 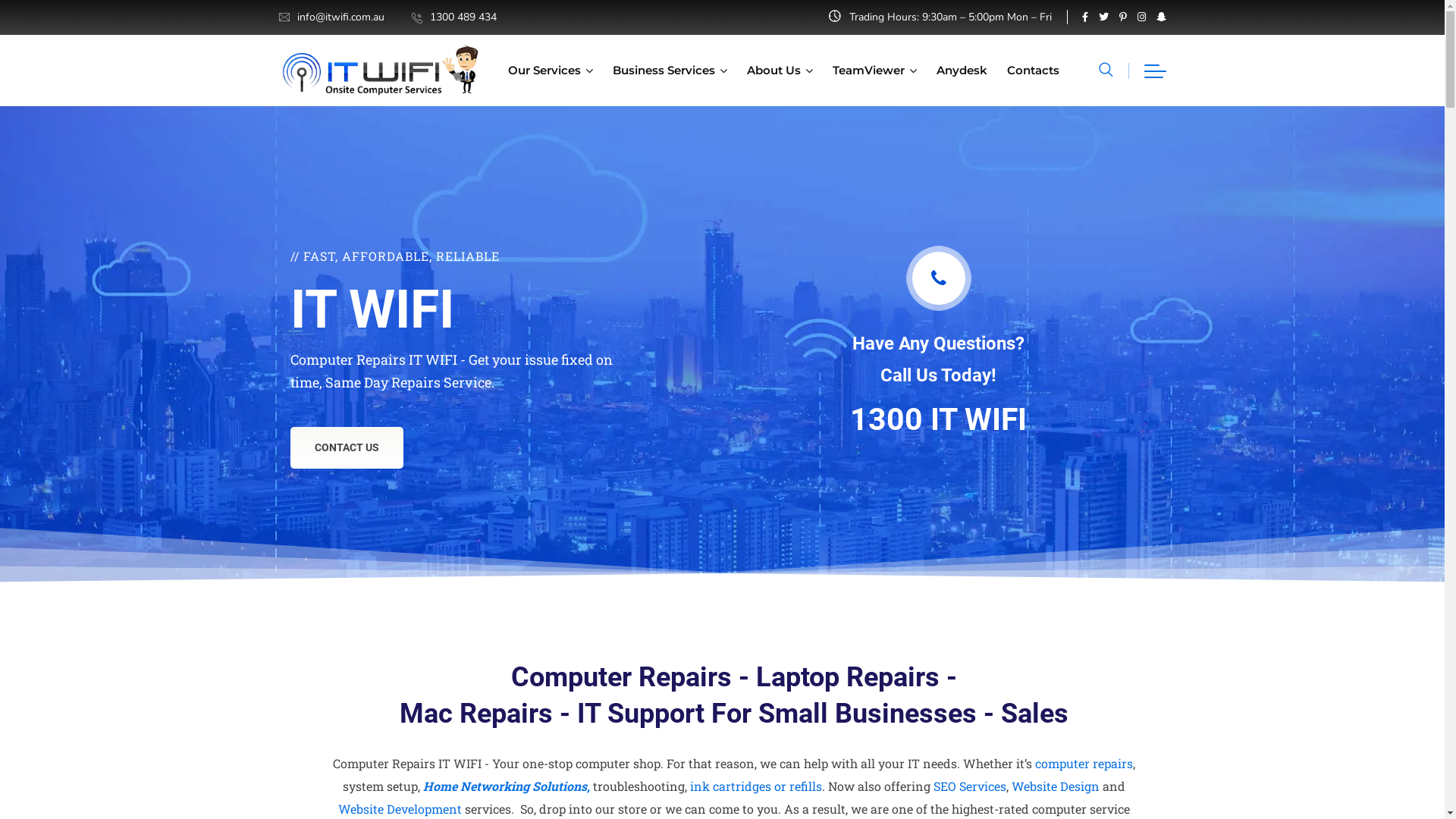 What do you see at coordinates (549, 70) in the screenshot?
I see `'Our Services'` at bounding box center [549, 70].